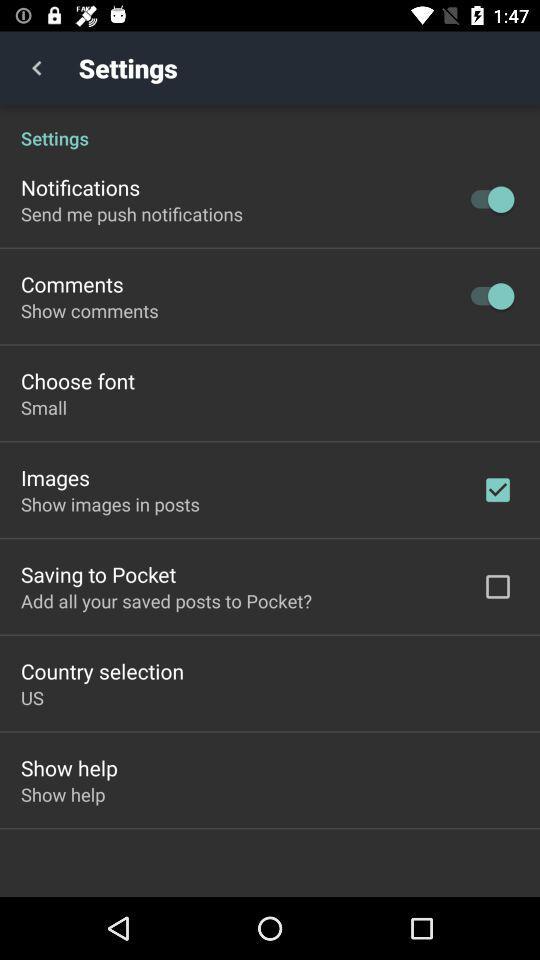 The width and height of the screenshot is (540, 960). What do you see at coordinates (44, 406) in the screenshot?
I see `small` at bounding box center [44, 406].